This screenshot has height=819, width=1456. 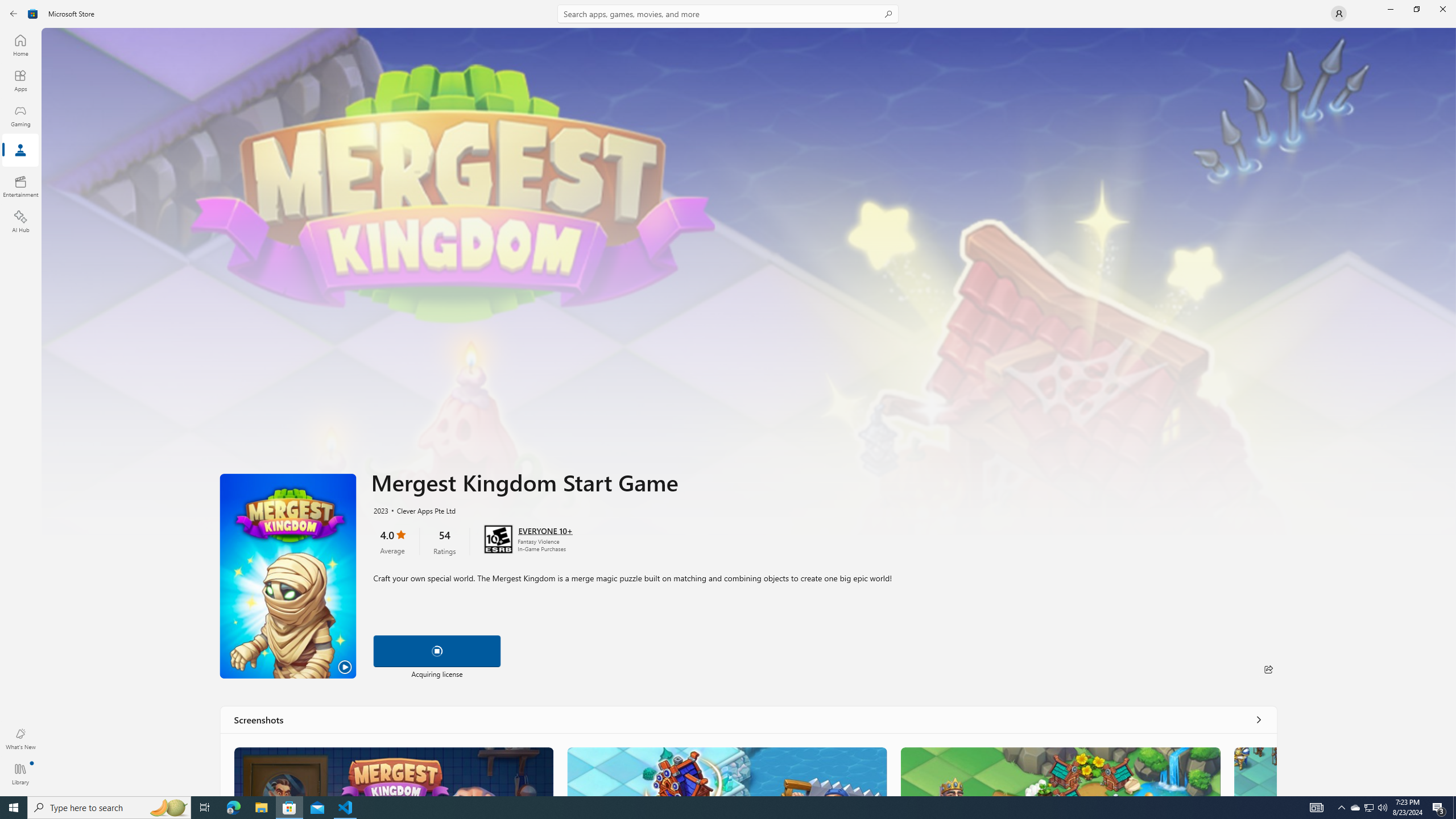 What do you see at coordinates (1059, 771) in the screenshot?
I see `'Screenshot 3'` at bounding box center [1059, 771].